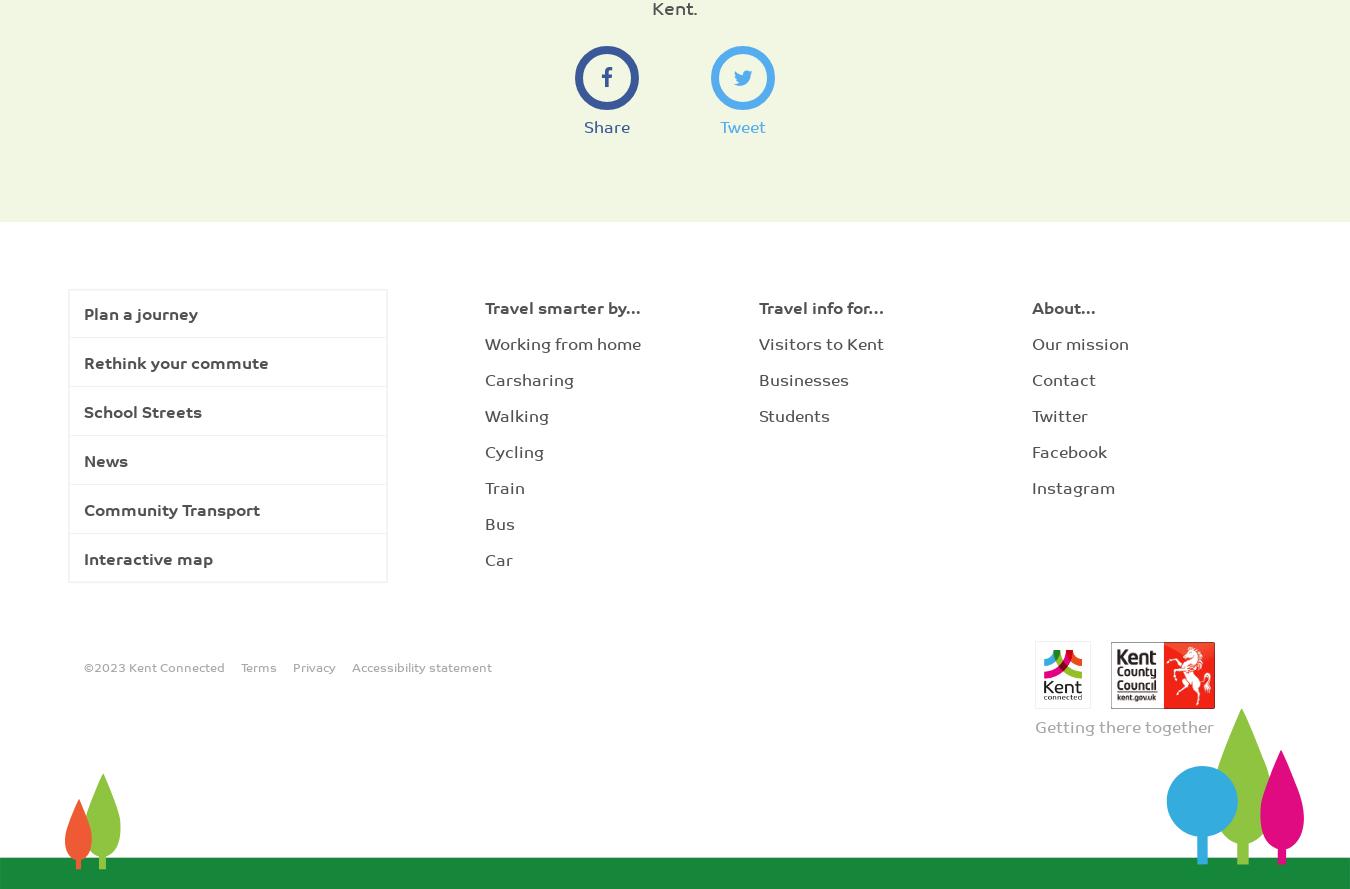  I want to click on 'Community Transport', so click(82, 509).